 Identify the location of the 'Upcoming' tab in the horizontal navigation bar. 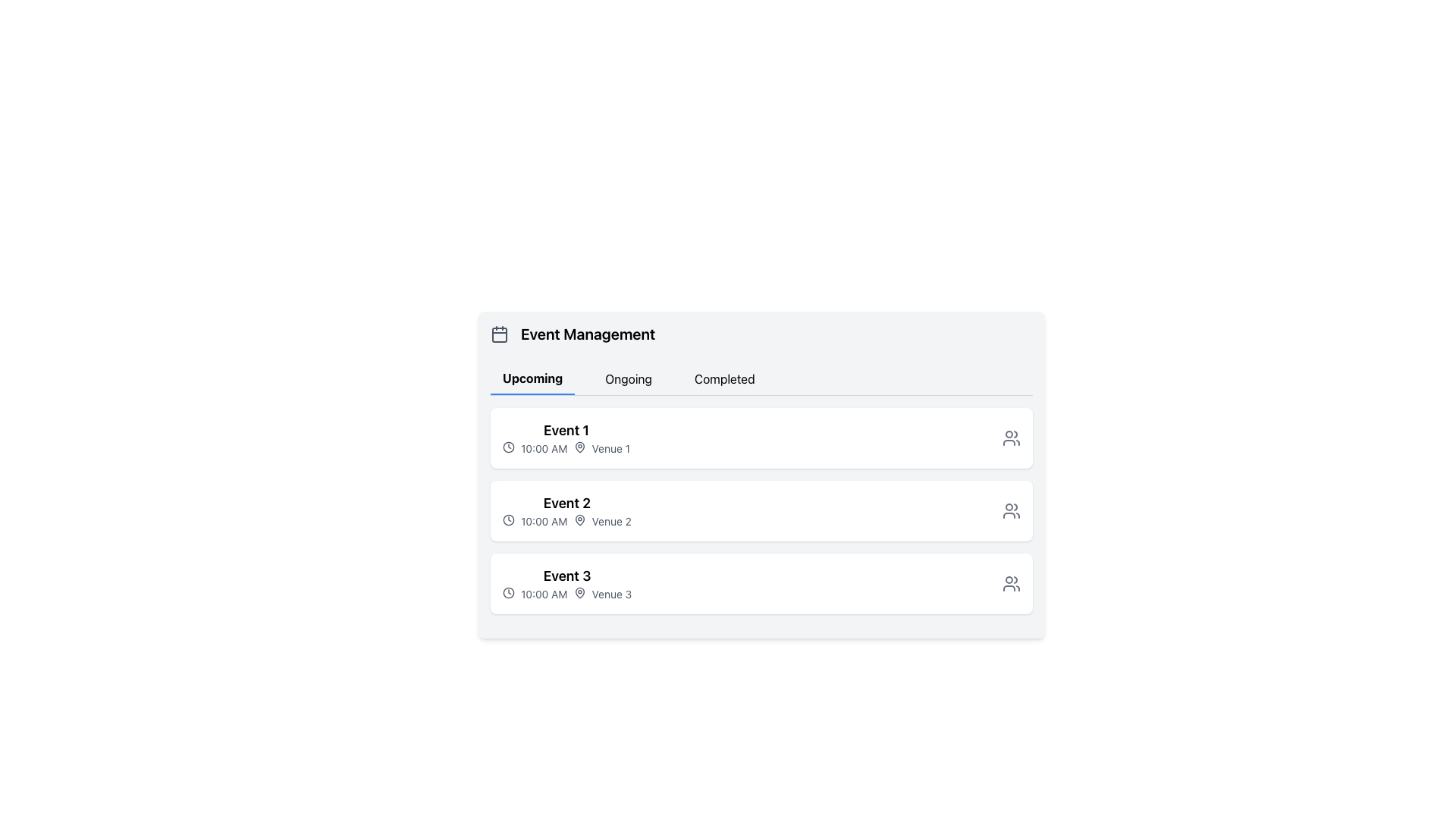
(532, 378).